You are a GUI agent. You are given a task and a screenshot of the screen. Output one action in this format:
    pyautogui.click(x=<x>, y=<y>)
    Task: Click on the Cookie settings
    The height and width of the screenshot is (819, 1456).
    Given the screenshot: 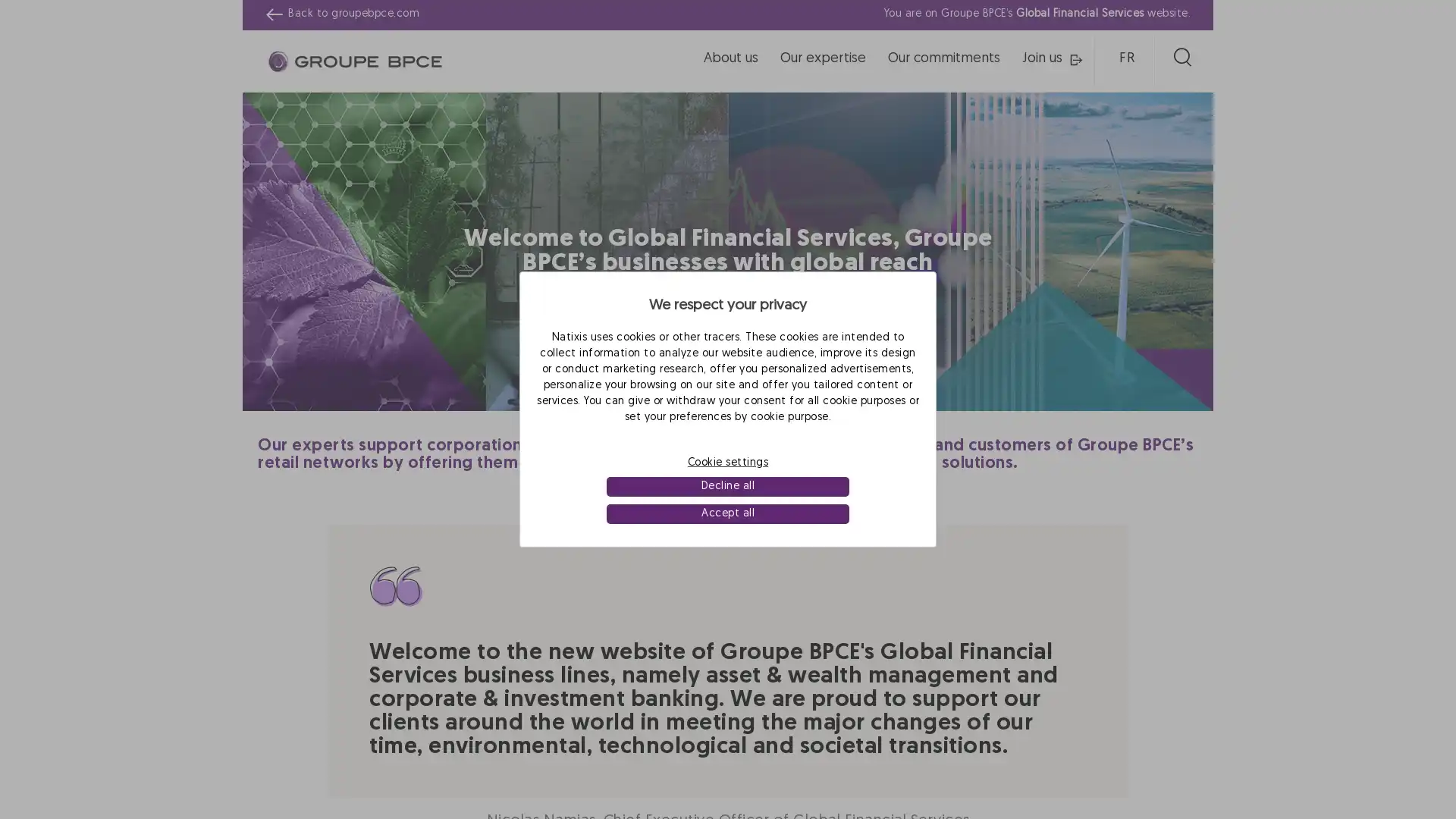 What is the action you would take?
    pyautogui.click(x=728, y=461)
    